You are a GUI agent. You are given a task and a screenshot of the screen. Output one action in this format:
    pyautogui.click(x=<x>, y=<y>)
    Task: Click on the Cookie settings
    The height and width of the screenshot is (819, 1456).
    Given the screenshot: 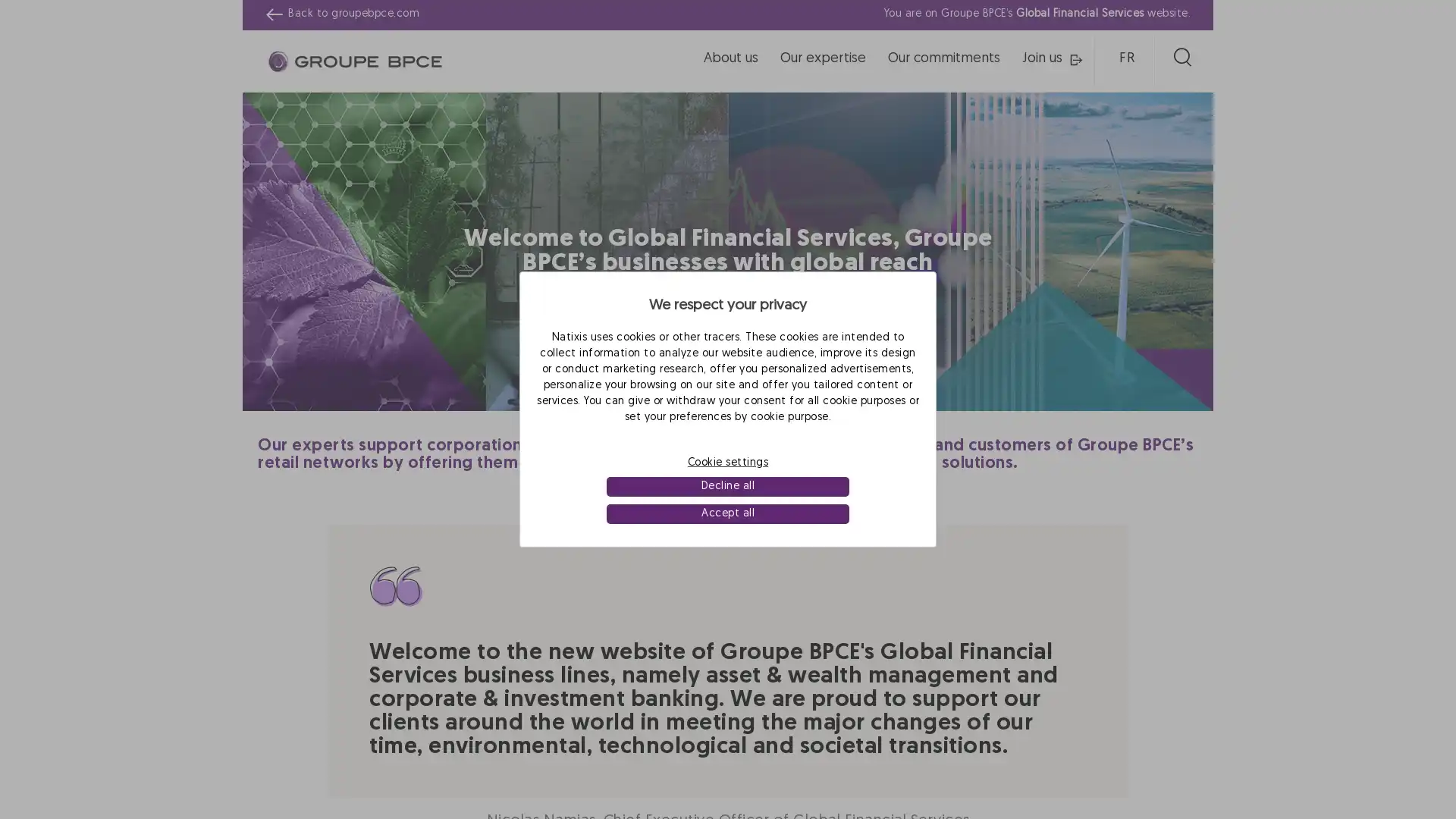 What is the action you would take?
    pyautogui.click(x=728, y=461)
    